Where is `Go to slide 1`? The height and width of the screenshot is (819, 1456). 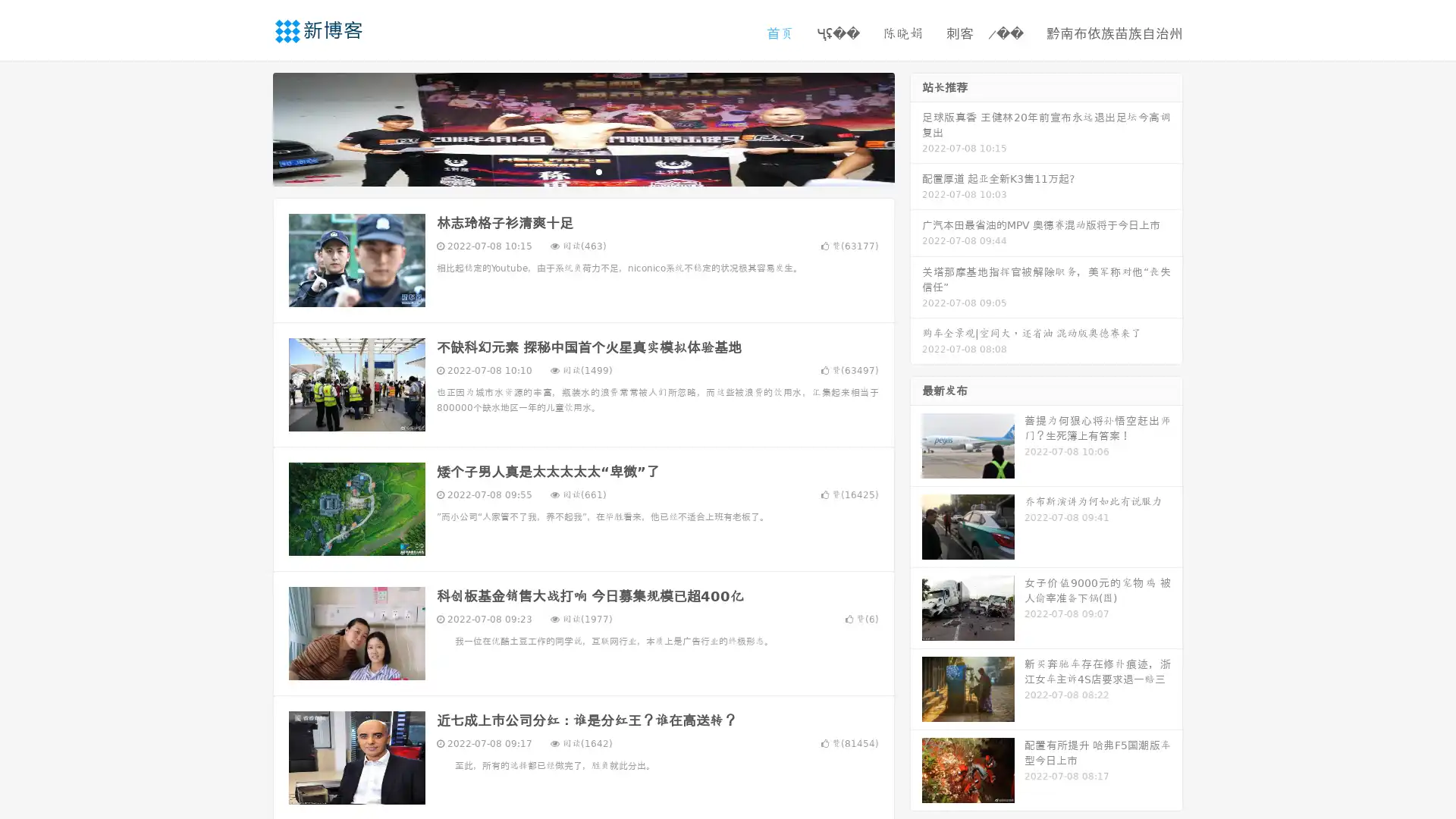
Go to slide 1 is located at coordinates (567, 171).